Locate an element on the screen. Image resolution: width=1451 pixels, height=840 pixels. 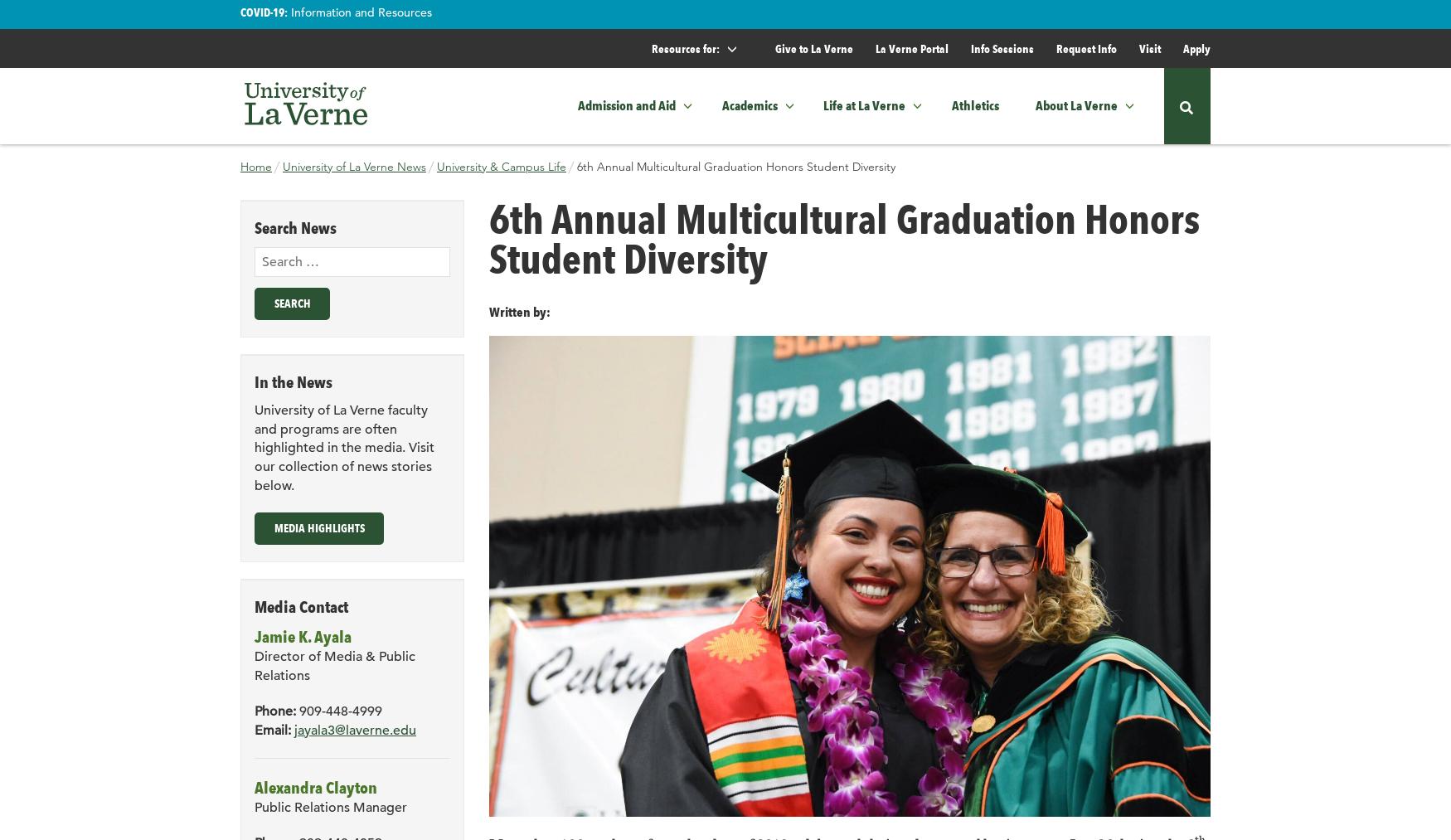
'In the News' is located at coordinates (294, 381).